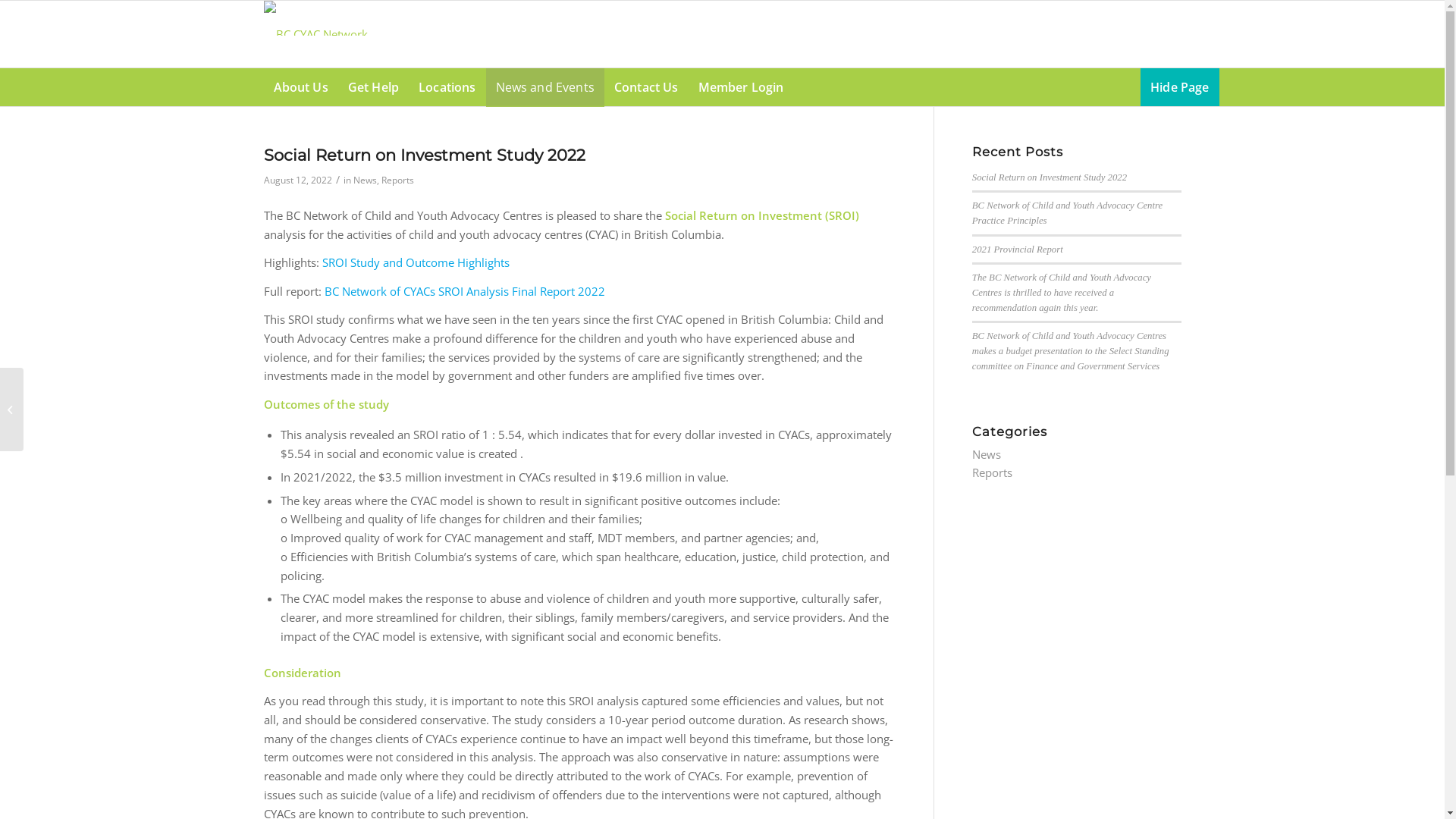 This screenshot has width=1456, height=819. I want to click on 'BC Network of CYACs SROI Analysis Final Report 2022', so click(464, 291).